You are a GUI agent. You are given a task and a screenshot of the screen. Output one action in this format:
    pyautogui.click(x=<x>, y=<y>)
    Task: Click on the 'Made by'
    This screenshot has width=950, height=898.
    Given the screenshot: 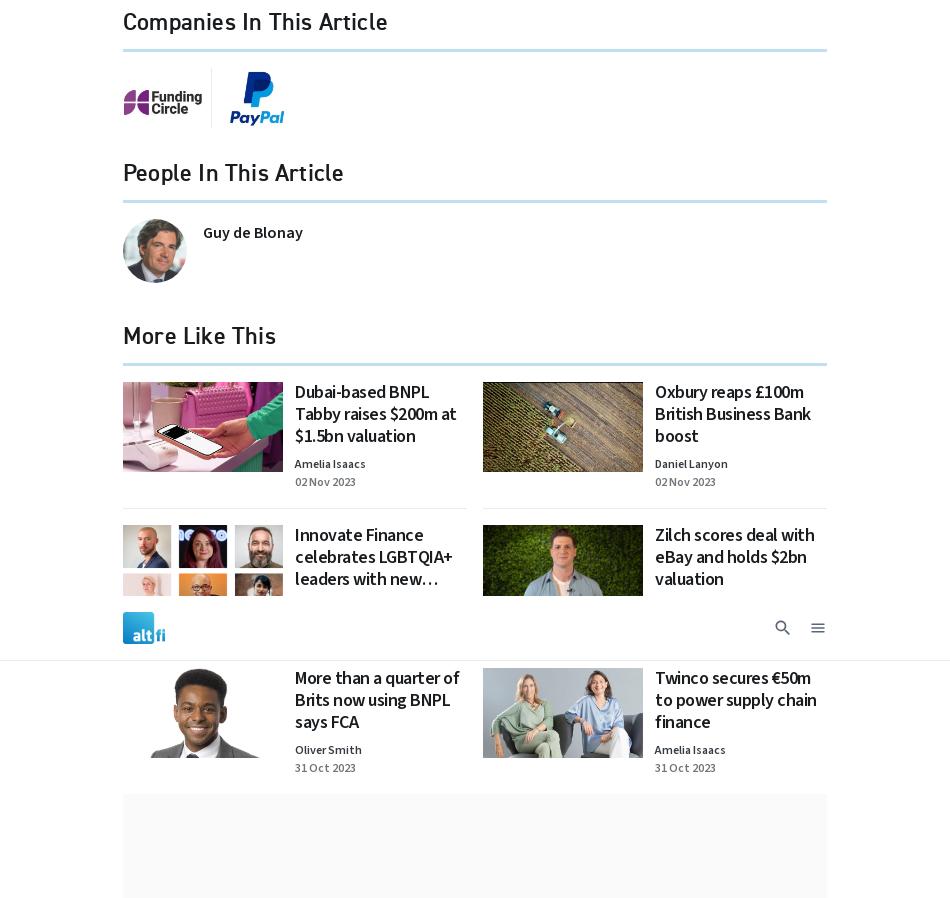 What is the action you would take?
    pyautogui.click(x=713, y=243)
    